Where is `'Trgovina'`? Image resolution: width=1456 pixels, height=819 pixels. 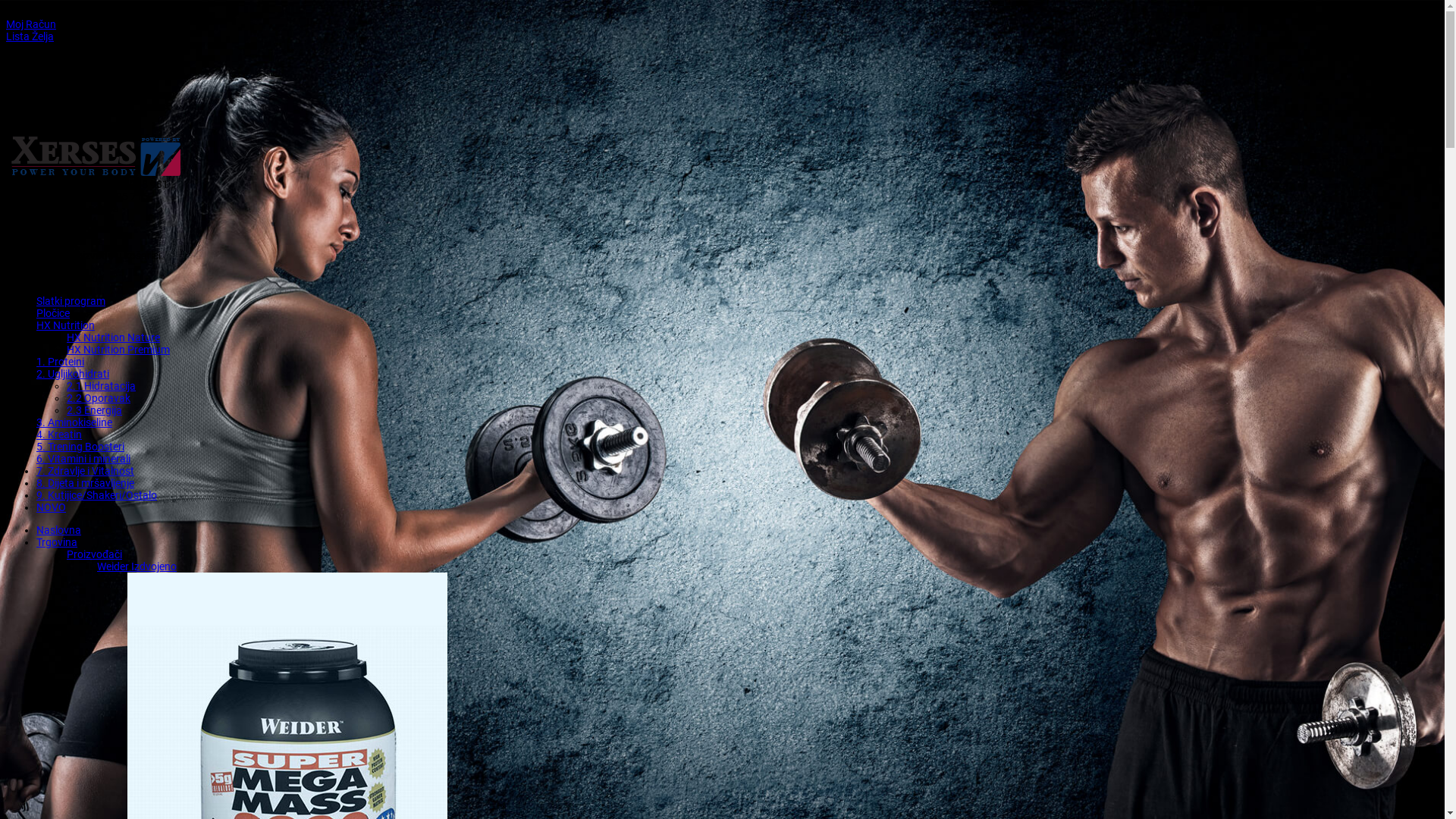 'Trgovina' is located at coordinates (57, 541).